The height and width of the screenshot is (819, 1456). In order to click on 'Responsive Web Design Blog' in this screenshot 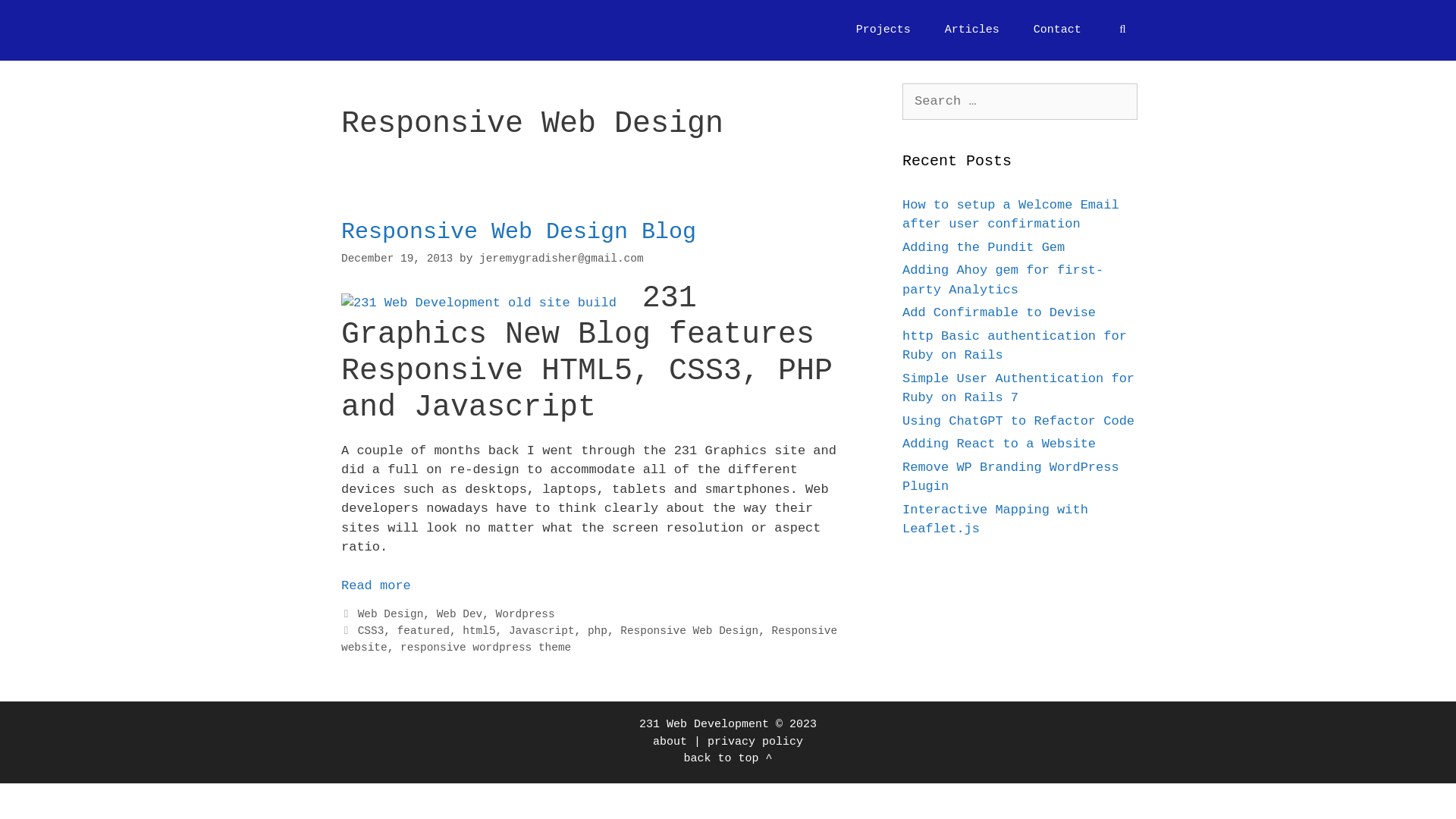, I will do `click(519, 231)`.